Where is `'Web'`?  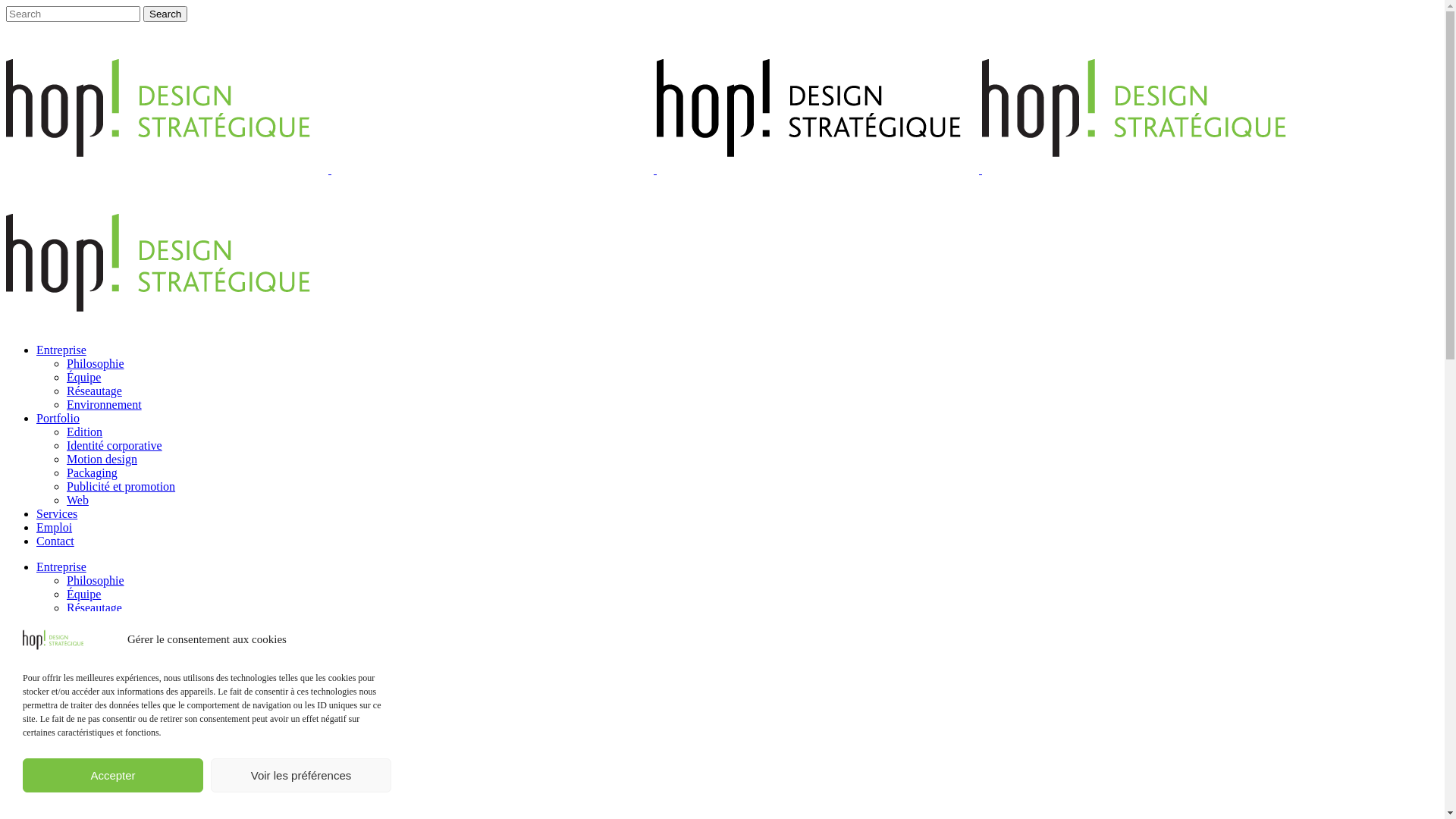 'Web' is located at coordinates (77, 500).